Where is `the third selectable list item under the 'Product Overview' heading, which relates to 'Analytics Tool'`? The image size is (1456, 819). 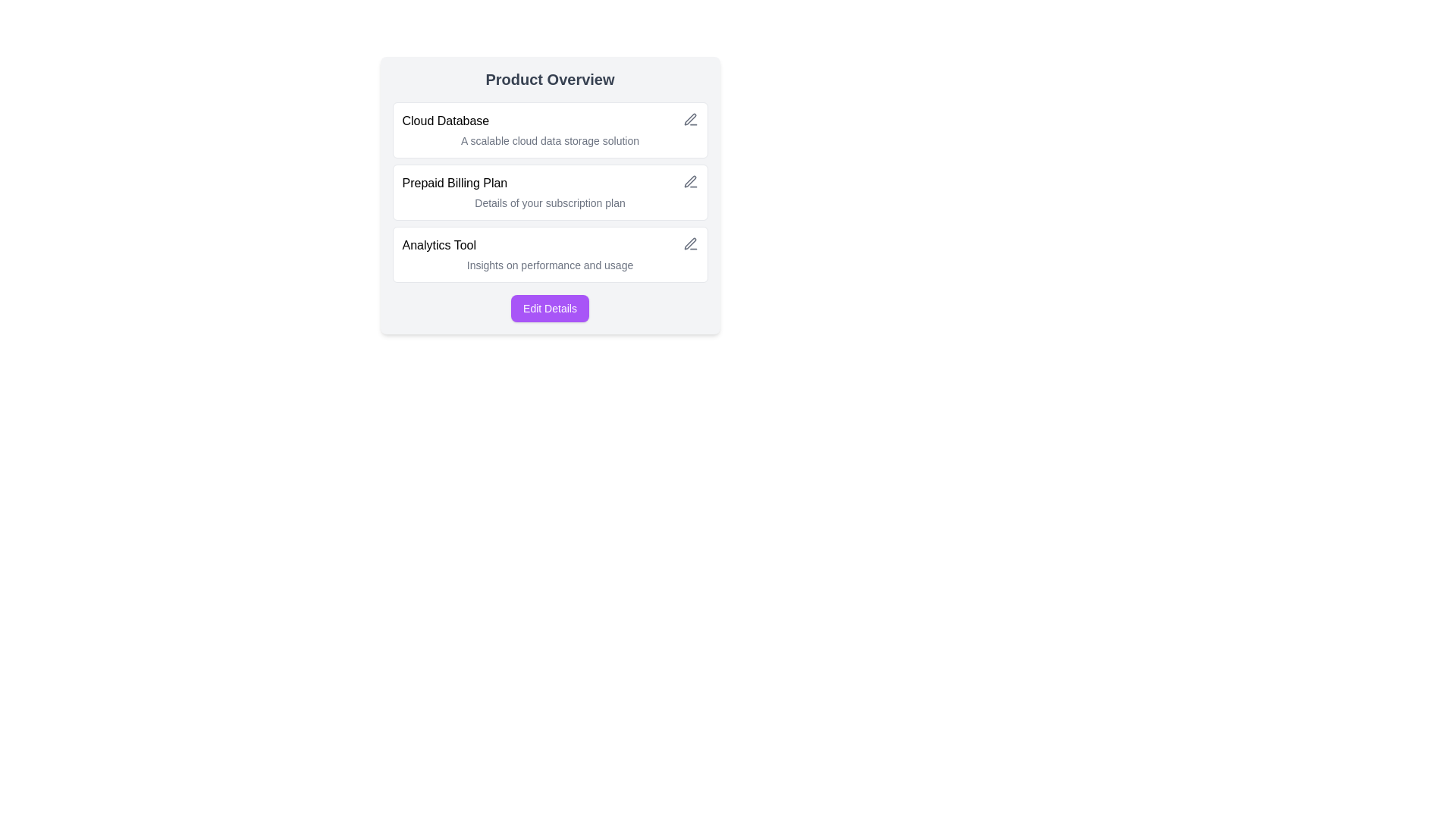
the third selectable list item under the 'Product Overview' heading, which relates to 'Analytics Tool' is located at coordinates (549, 253).